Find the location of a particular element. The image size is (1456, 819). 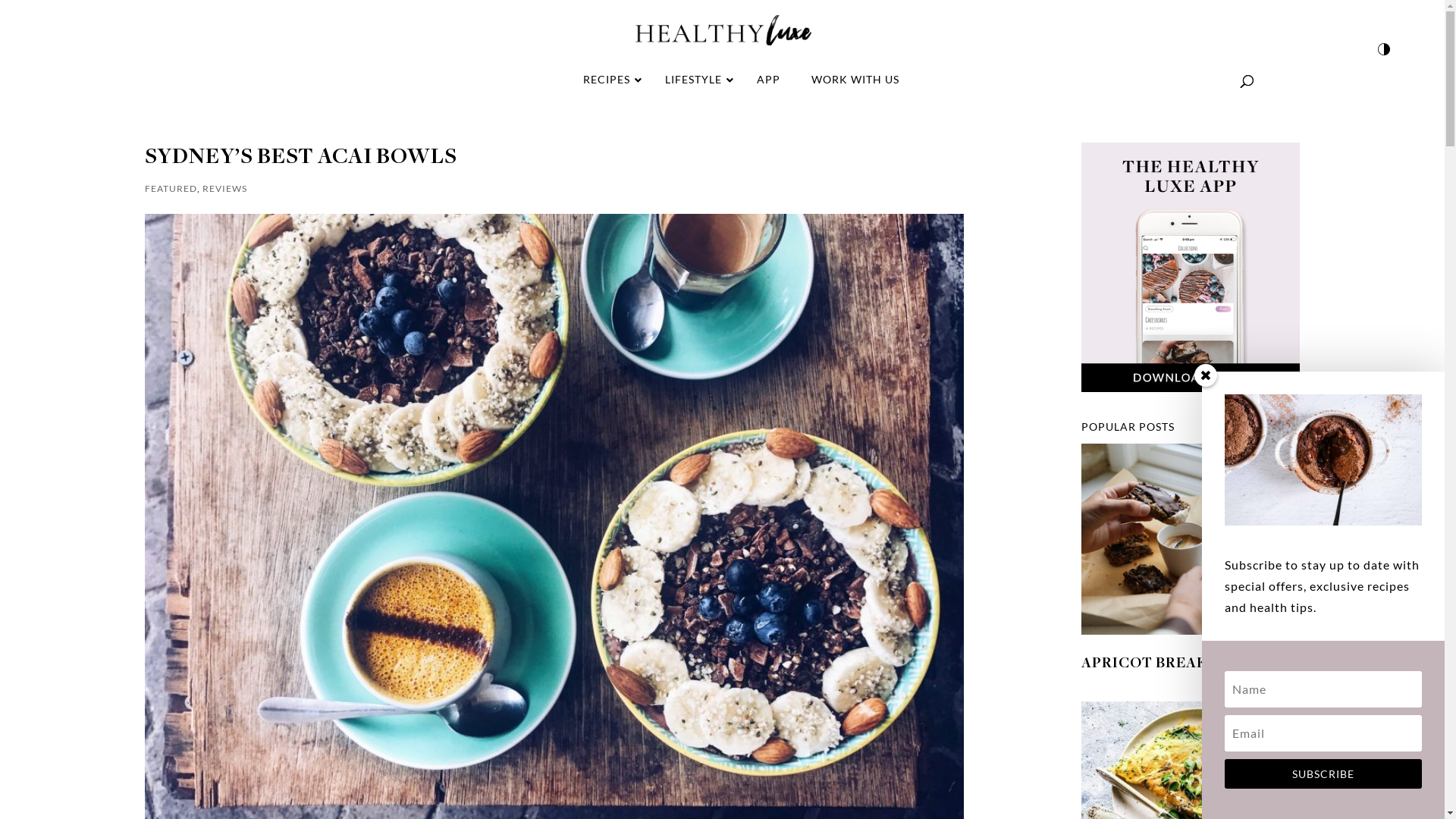

'APRICOT BREAKFAST BARS' is located at coordinates (1185, 663).